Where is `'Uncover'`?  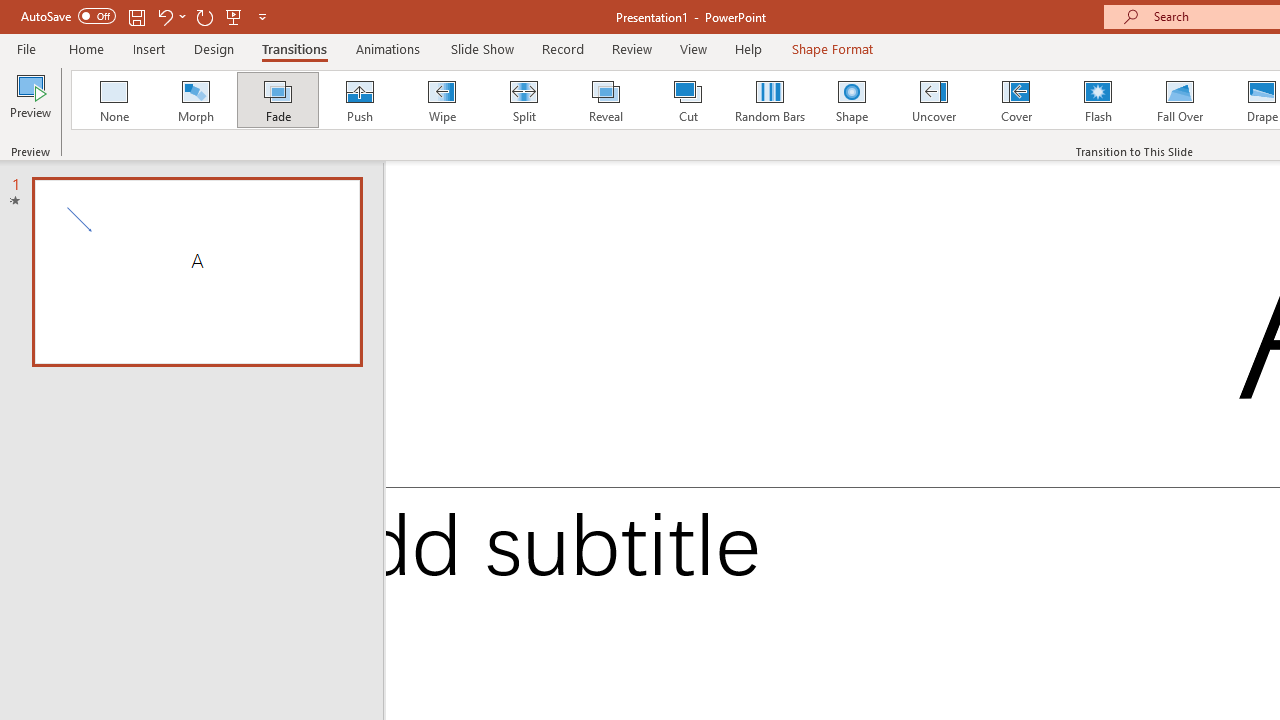 'Uncover' is located at coordinates (933, 100).